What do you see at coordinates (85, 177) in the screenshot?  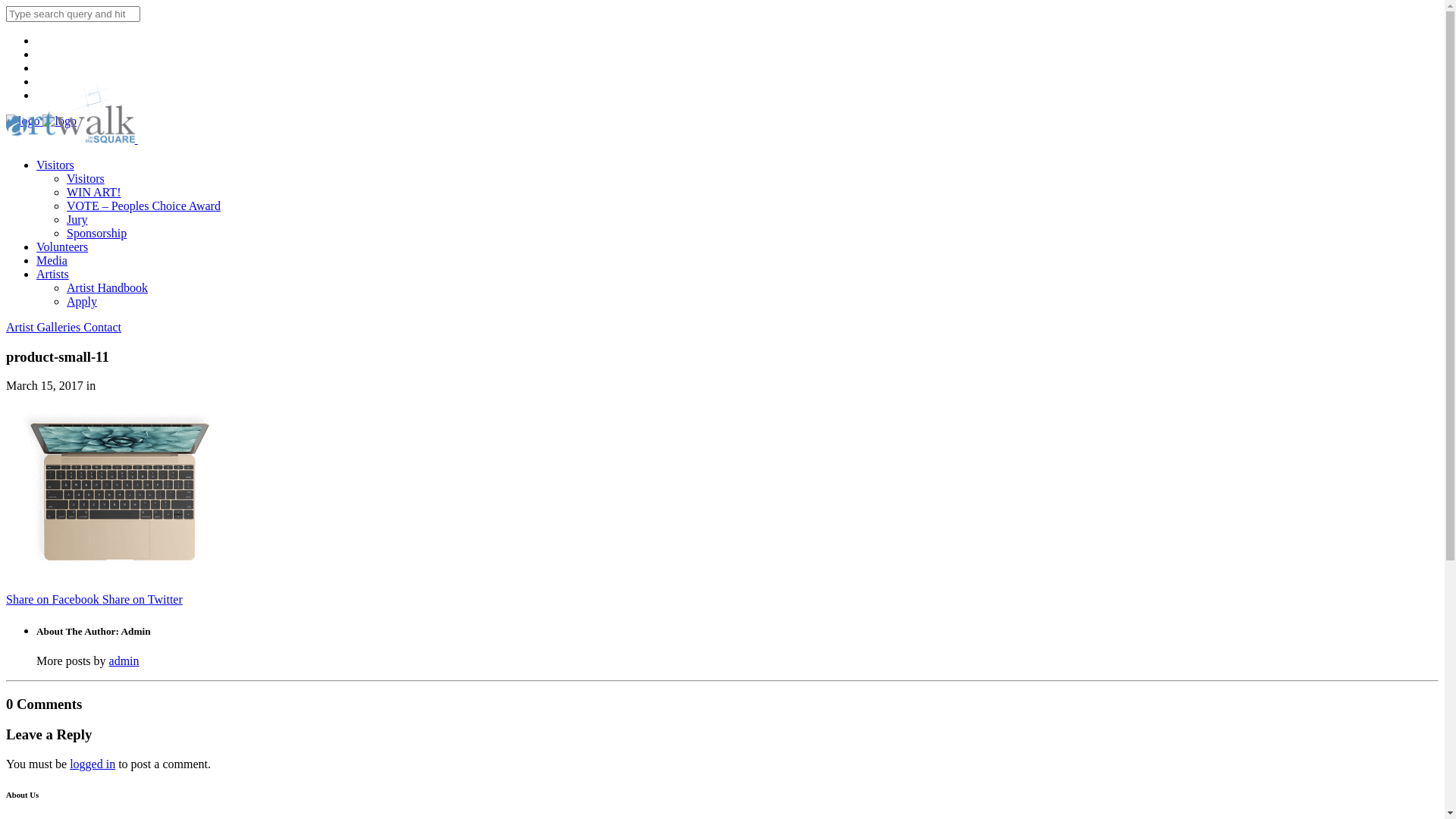 I see `'Visitors'` at bounding box center [85, 177].